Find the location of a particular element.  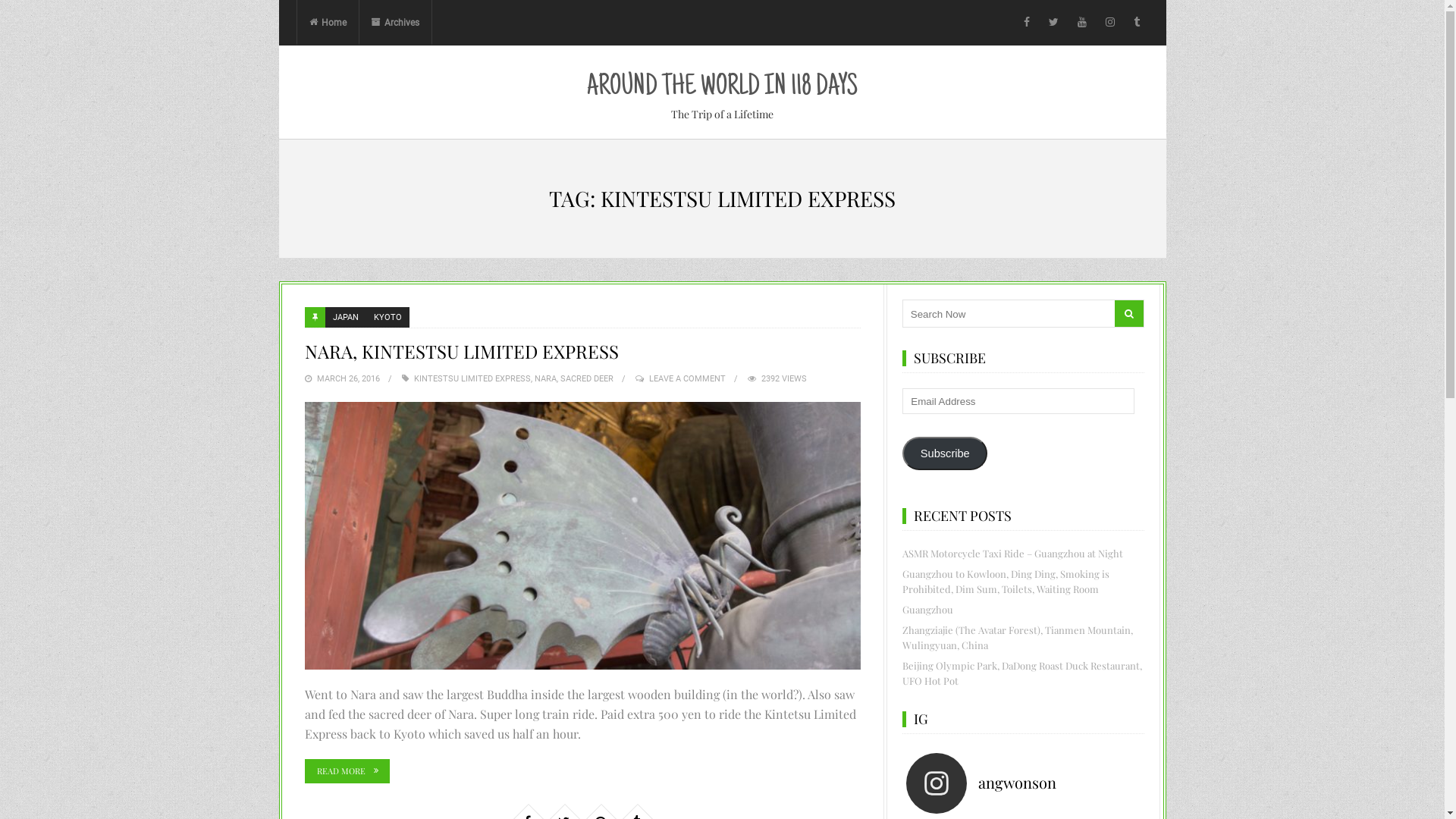

'NARA' is located at coordinates (534, 378).